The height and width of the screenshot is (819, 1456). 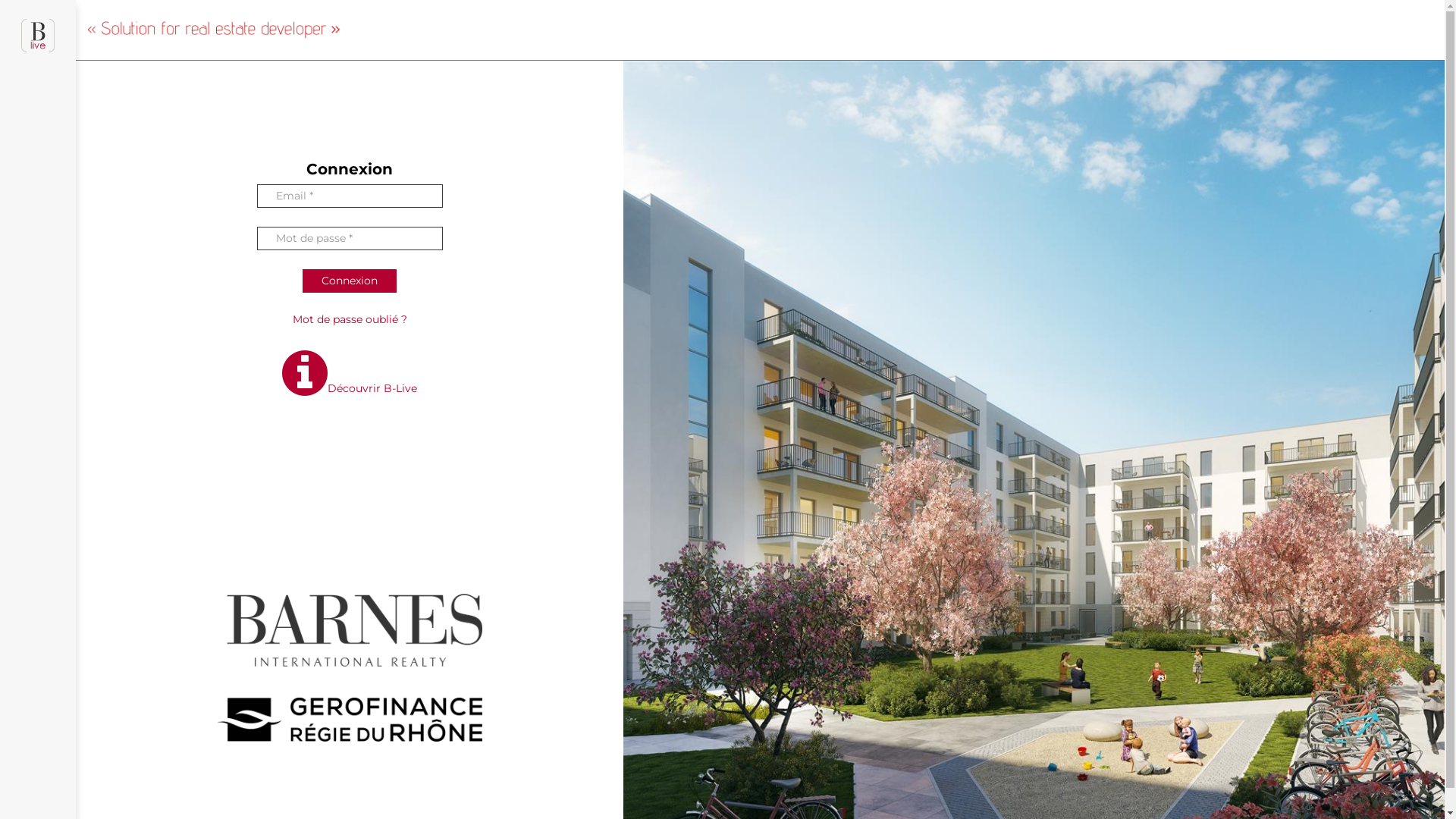 I want to click on 'B-Live', so click(x=37, y=42).